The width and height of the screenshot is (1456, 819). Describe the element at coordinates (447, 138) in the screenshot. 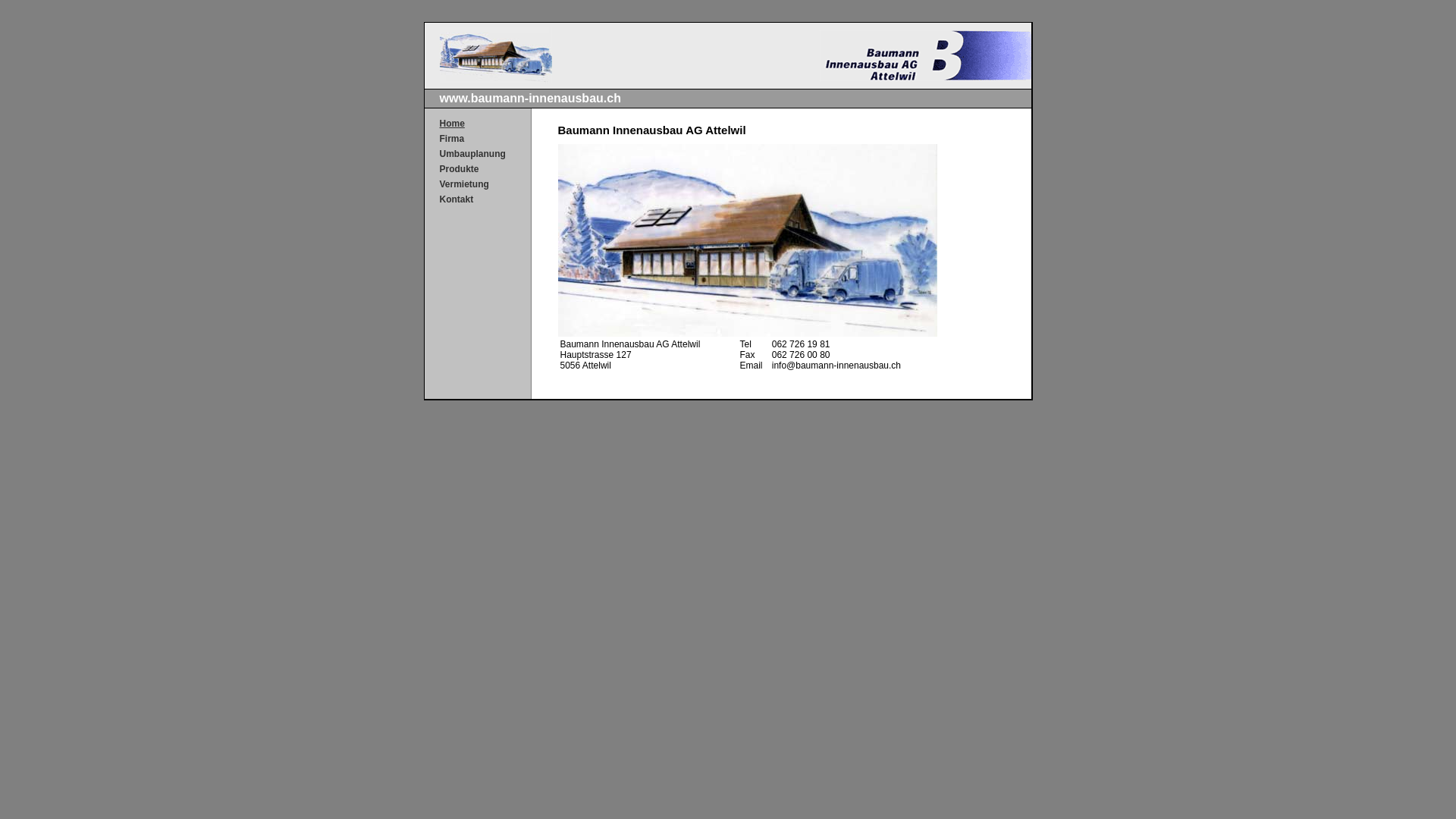

I see `'Firma'` at that location.